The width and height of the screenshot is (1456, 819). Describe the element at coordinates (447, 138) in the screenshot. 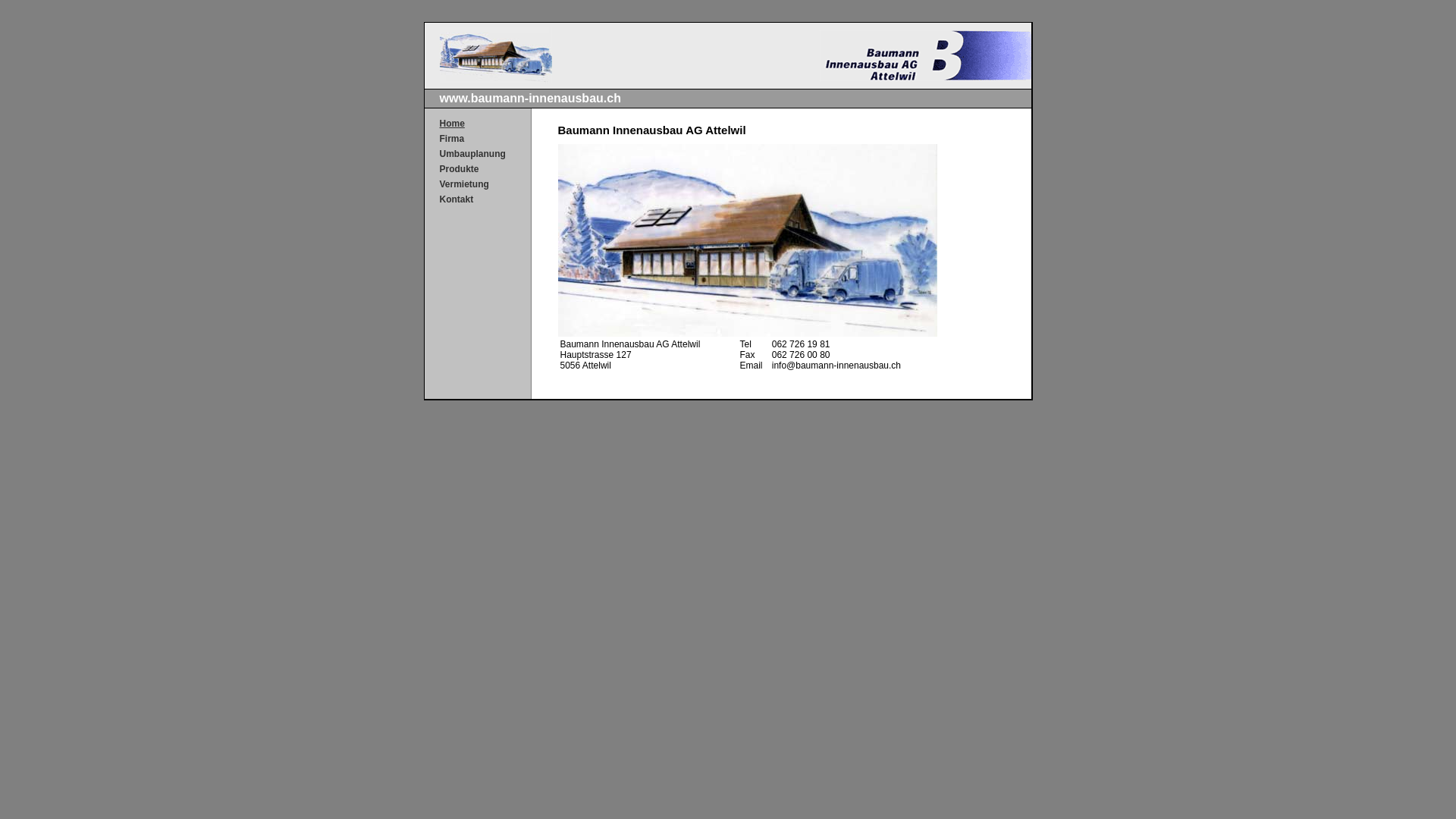

I see `'Firma'` at that location.